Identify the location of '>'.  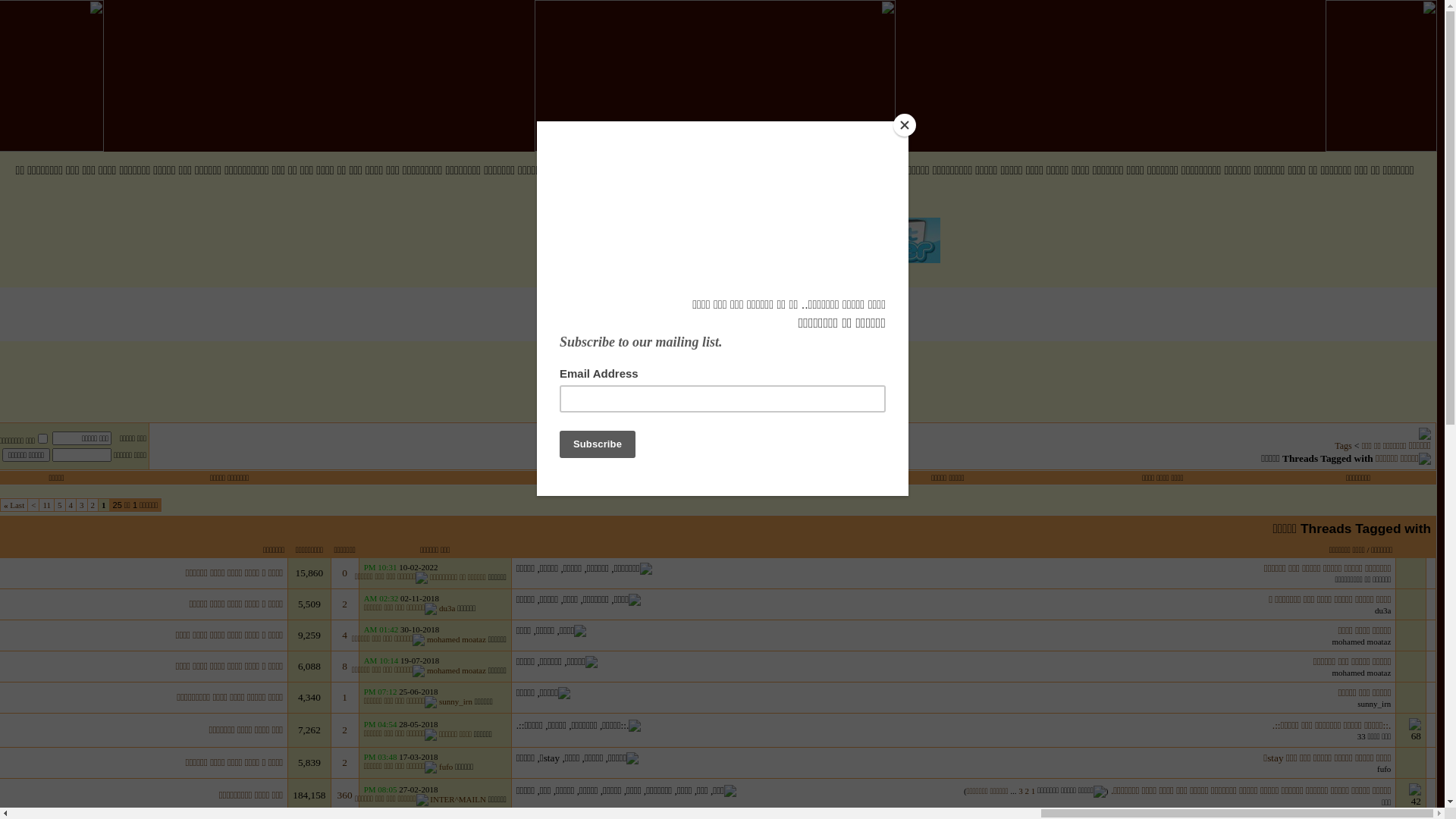
(31, 505).